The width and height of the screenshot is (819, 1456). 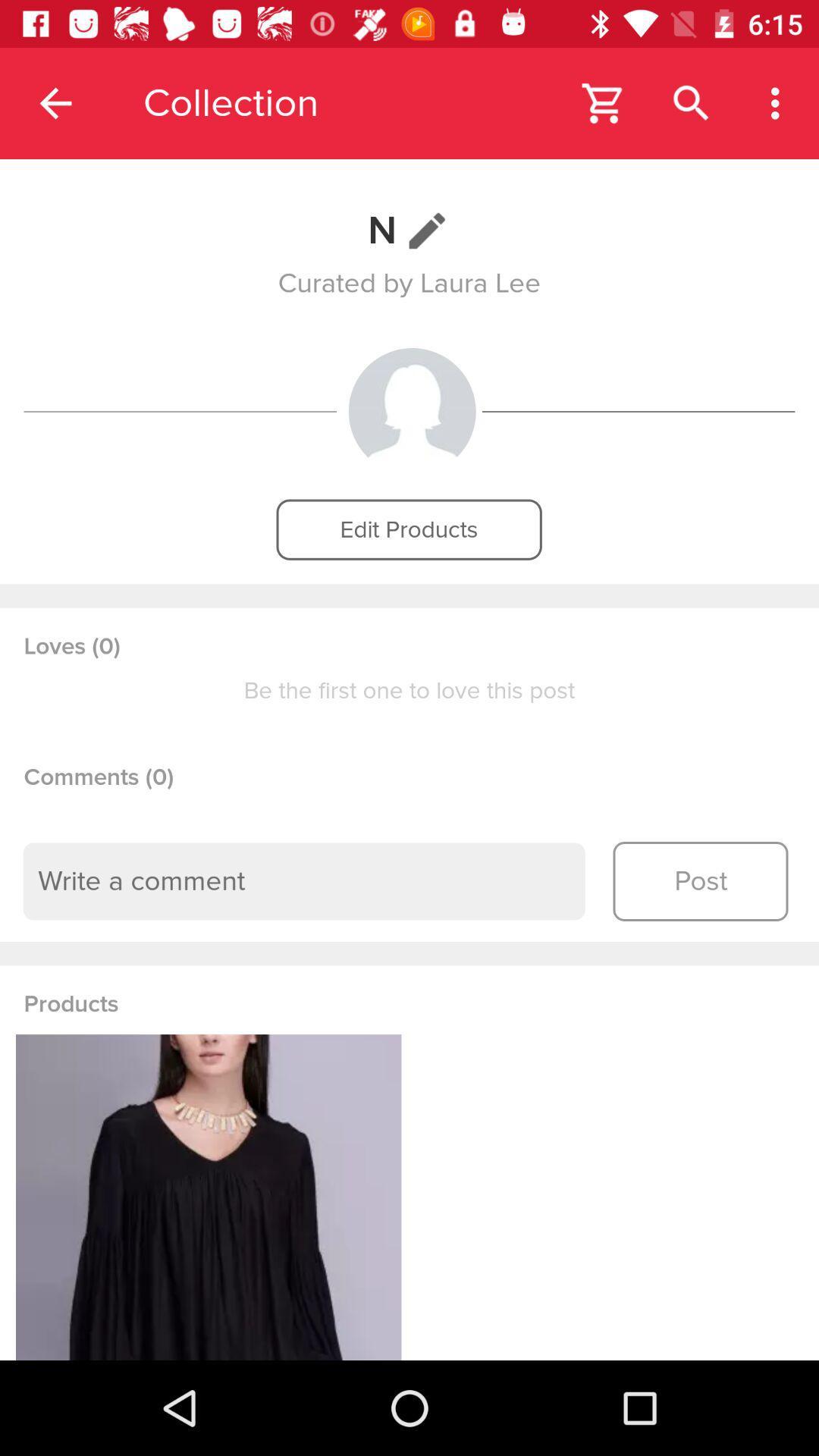 What do you see at coordinates (304, 881) in the screenshot?
I see `comment field` at bounding box center [304, 881].